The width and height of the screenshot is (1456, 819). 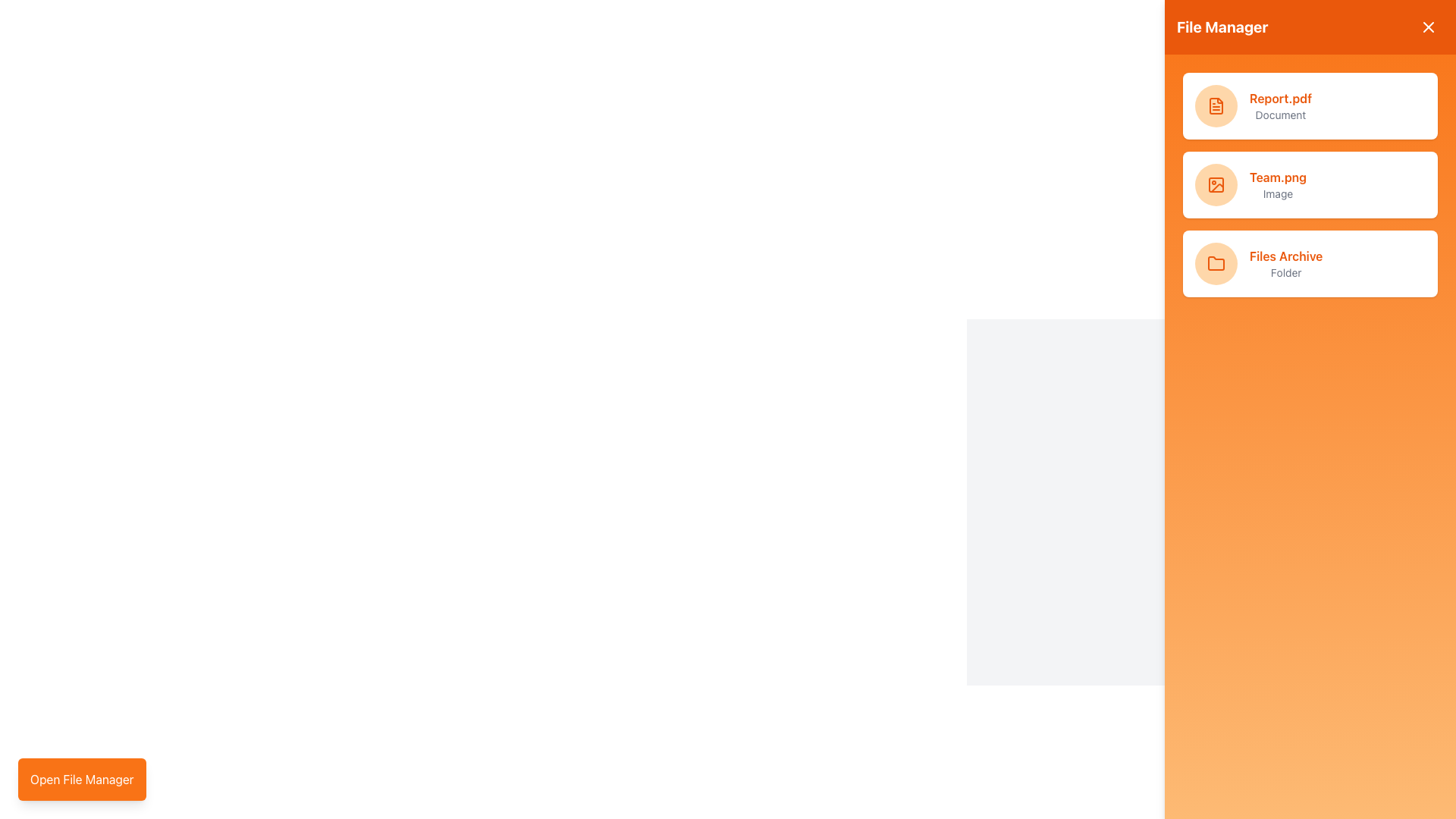 What do you see at coordinates (1310, 184) in the screenshot?
I see `the second selectable card` at bounding box center [1310, 184].